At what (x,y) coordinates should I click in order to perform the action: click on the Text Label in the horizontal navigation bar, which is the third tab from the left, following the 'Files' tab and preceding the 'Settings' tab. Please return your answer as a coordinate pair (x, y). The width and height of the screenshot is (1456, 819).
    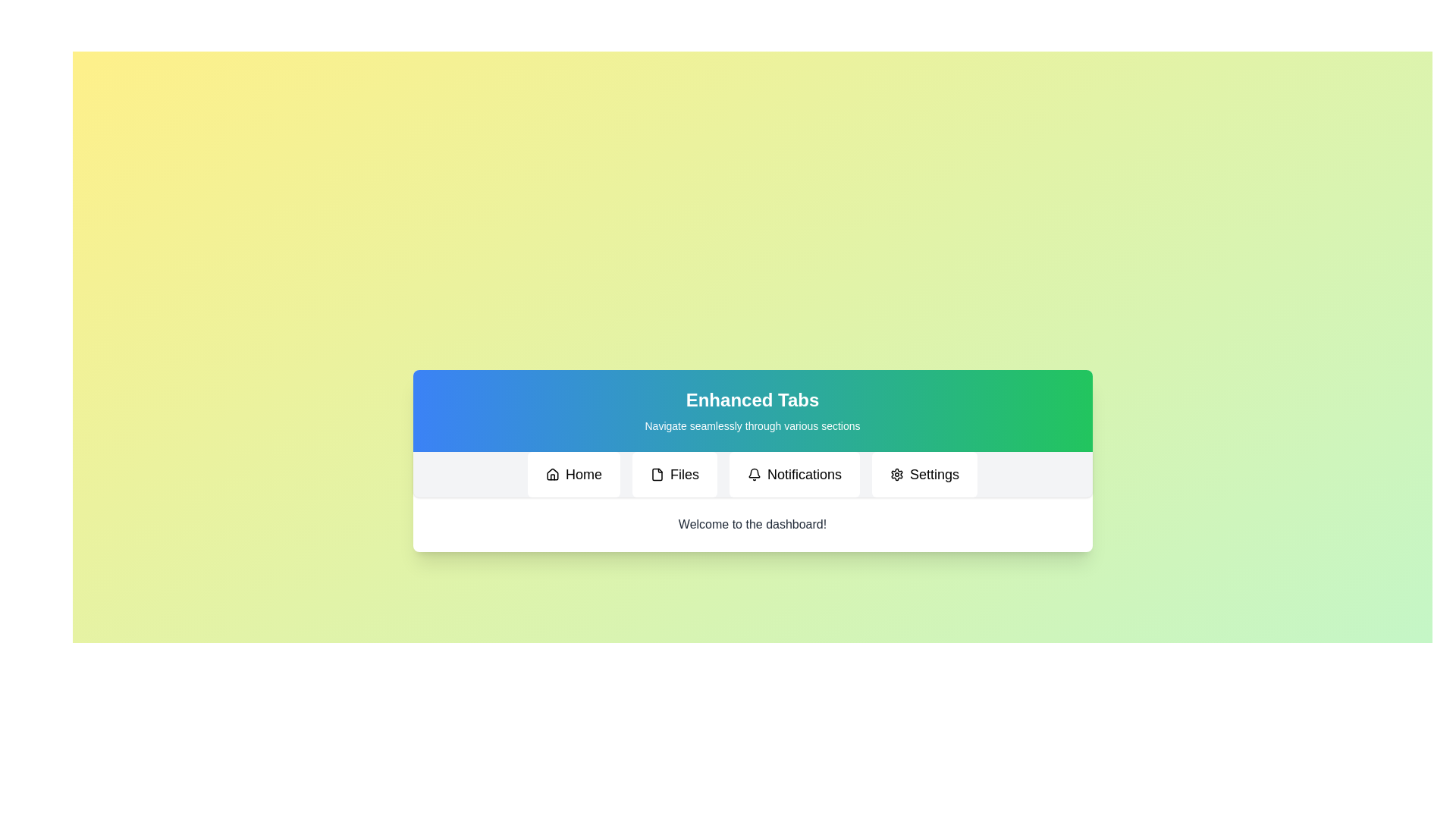
    Looking at the image, I should click on (803, 473).